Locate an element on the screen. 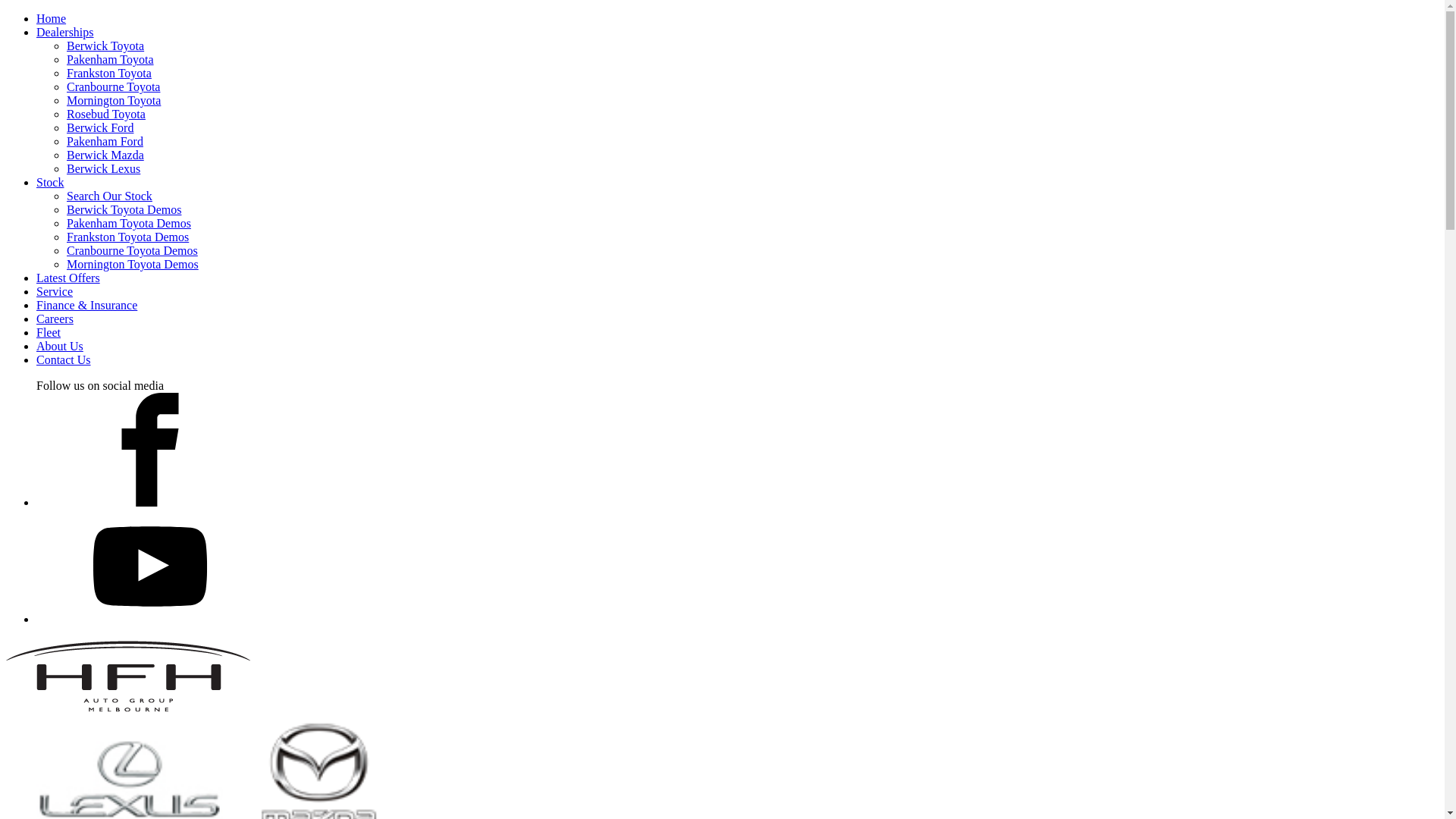 This screenshot has height=819, width=1456. 'Home' is located at coordinates (51, 18).